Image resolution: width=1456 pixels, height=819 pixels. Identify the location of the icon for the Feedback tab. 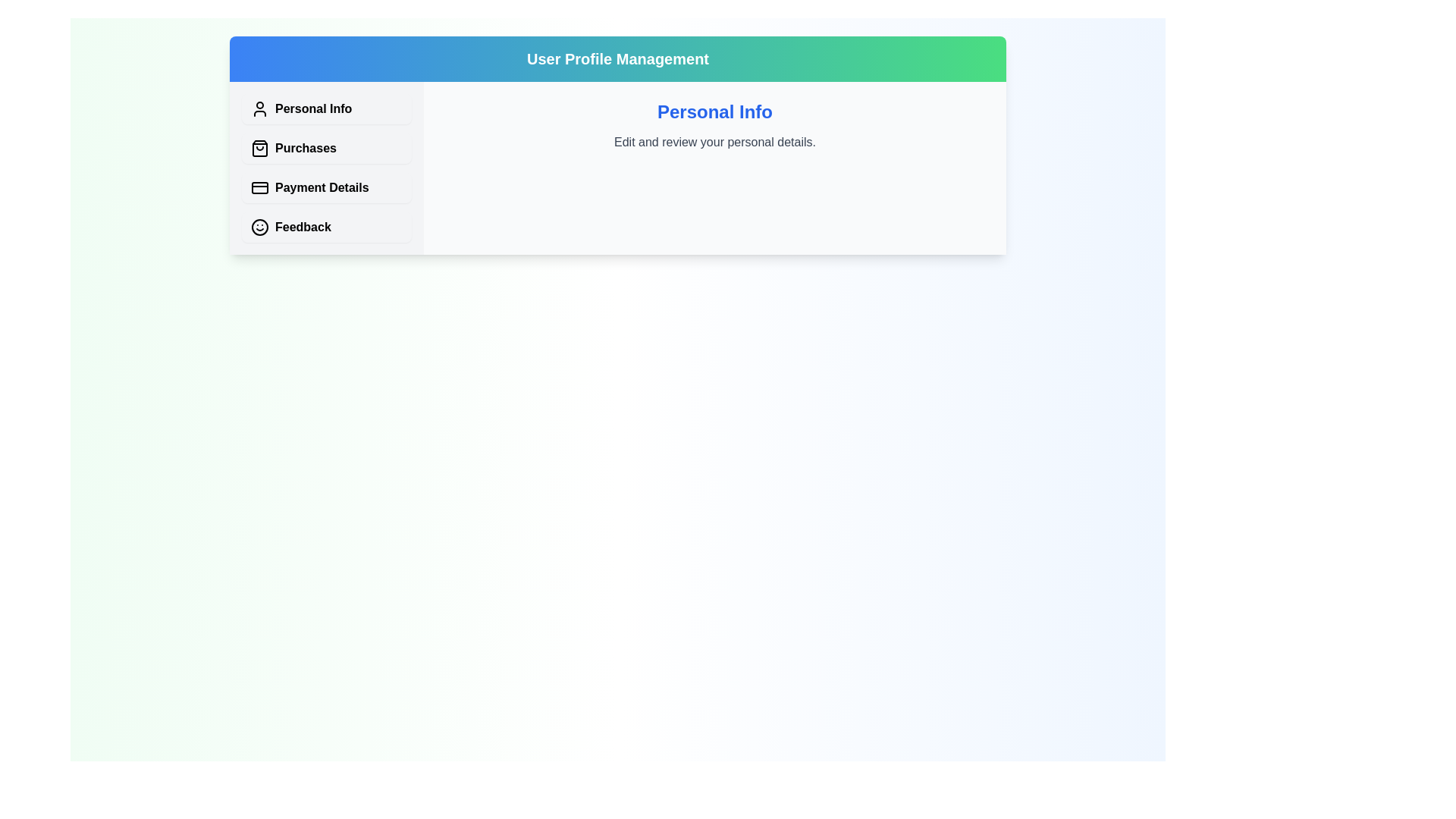
(259, 227).